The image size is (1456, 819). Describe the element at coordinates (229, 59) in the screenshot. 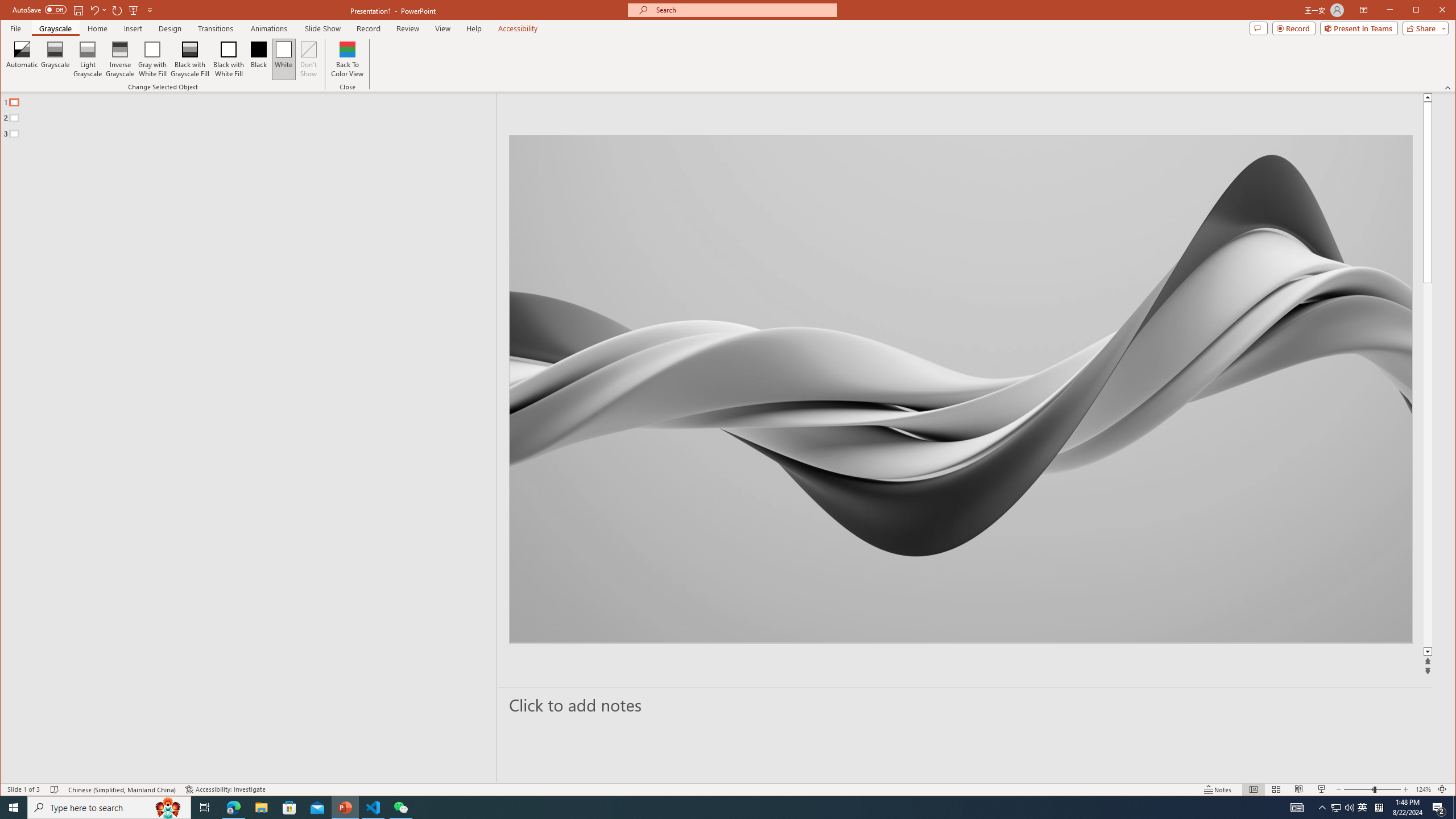

I see `'Black with White Fill'` at that location.